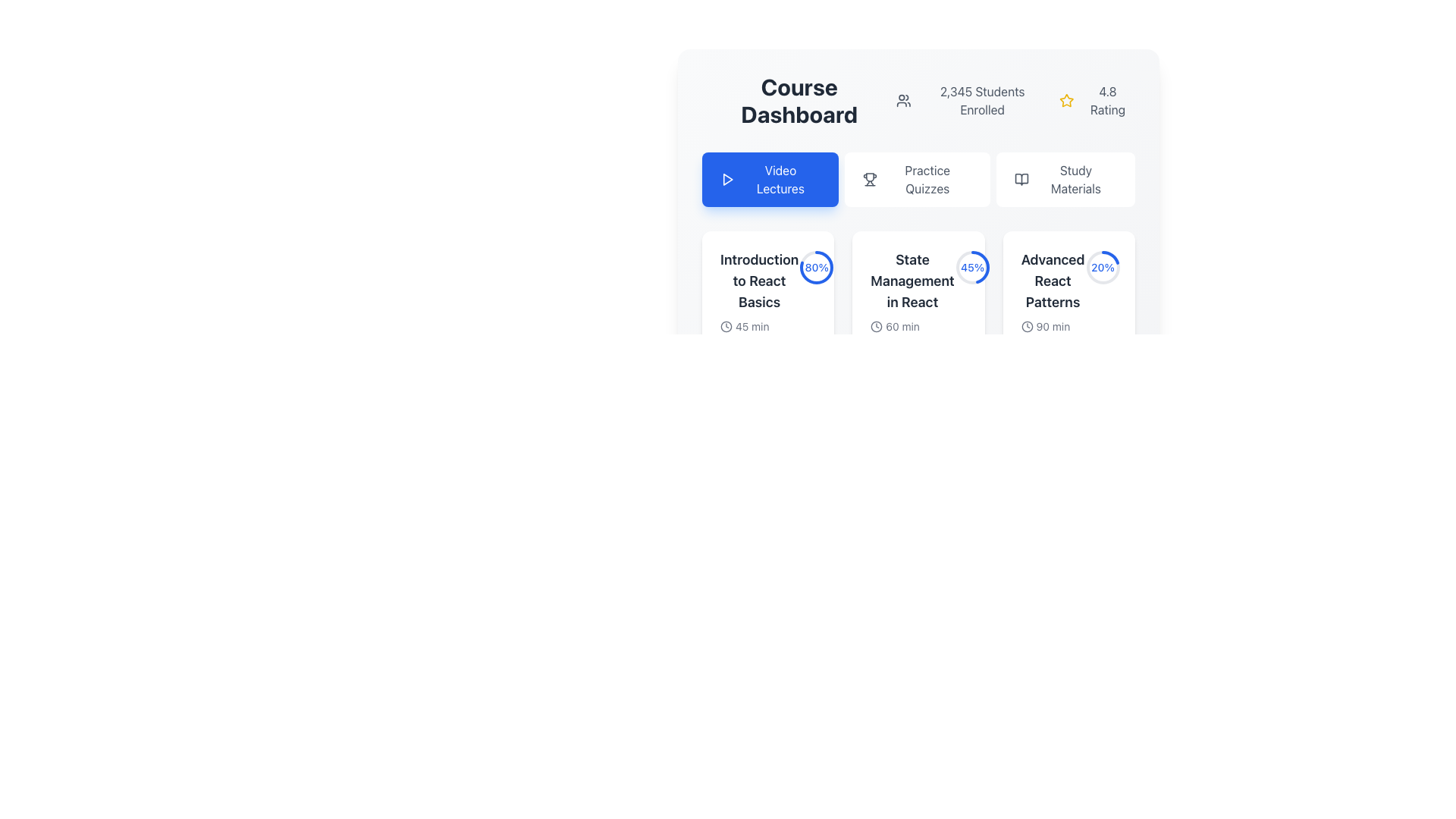 This screenshot has width=1456, height=819. Describe the element at coordinates (1103, 267) in the screenshot. I see `the changes in the circular progress indicator representing 20% completion for 'Advanced React Patterns' located in the upper-right section of its card` at that location.